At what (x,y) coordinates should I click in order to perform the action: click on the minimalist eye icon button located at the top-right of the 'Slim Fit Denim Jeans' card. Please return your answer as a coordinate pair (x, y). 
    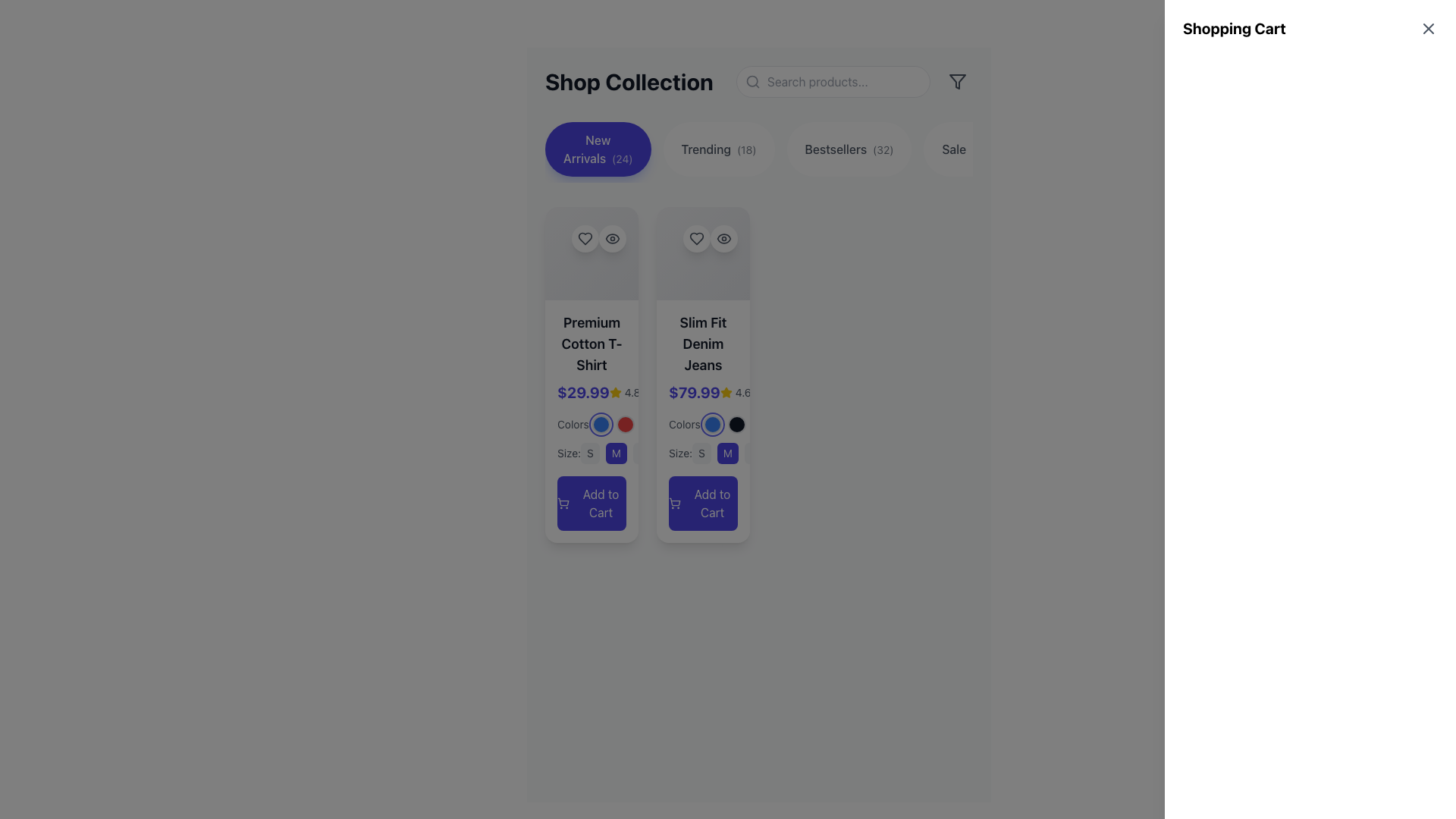
    Looking at the image, I should click on (723, 239).